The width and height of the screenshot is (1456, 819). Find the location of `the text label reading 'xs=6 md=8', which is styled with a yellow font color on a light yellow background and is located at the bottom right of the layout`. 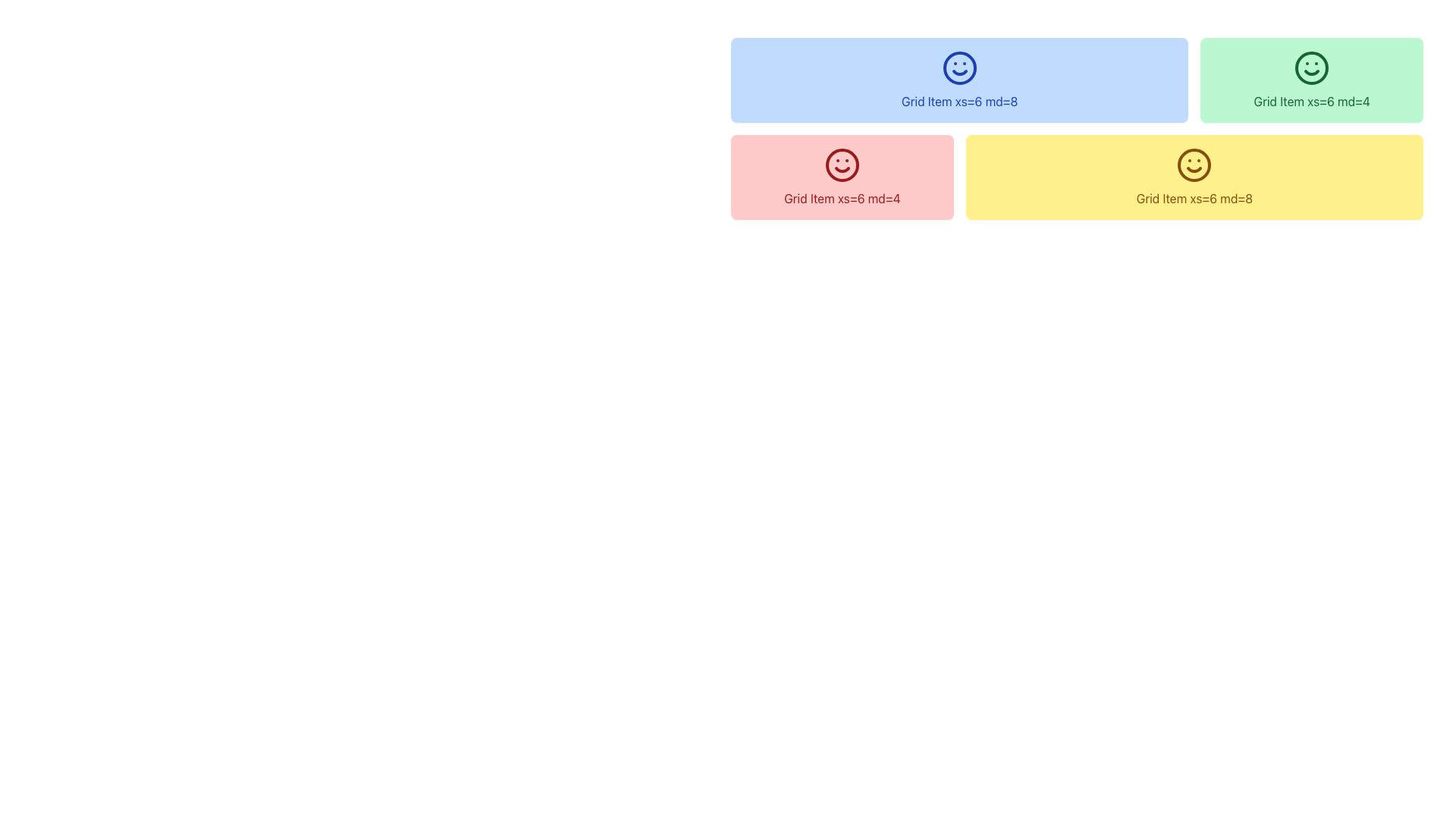

the text label reading 'xs=6 md=8', which is styled with a yellow font color on a light yellow background and is located at the bottom right of the layout is located at coordinates (1219, 198).